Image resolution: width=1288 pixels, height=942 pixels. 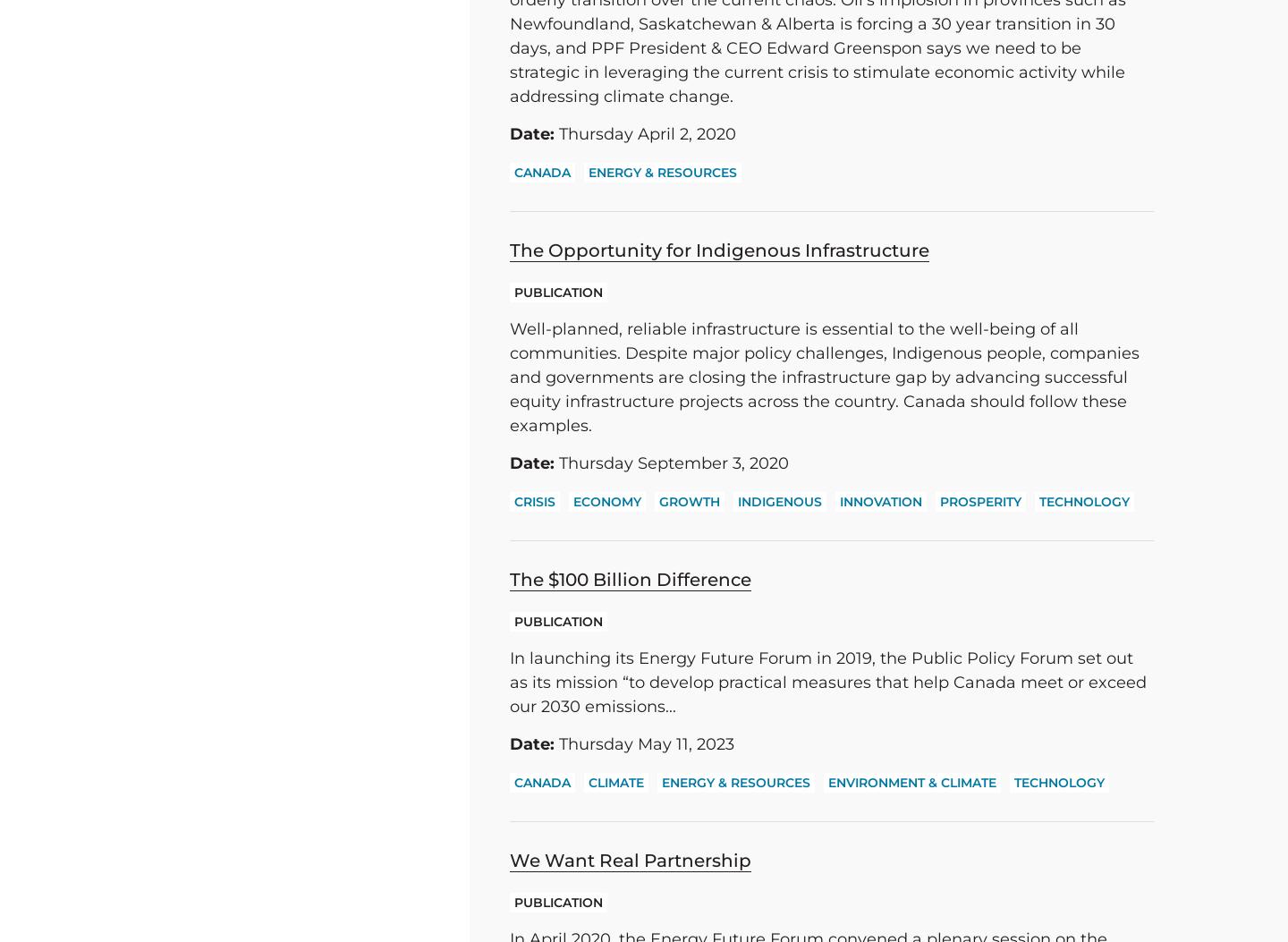 What do you see at coordinates (631, 579) in the screenshot?
I see `'The $100 Billion Difference'` at bounding box center [631, 579].